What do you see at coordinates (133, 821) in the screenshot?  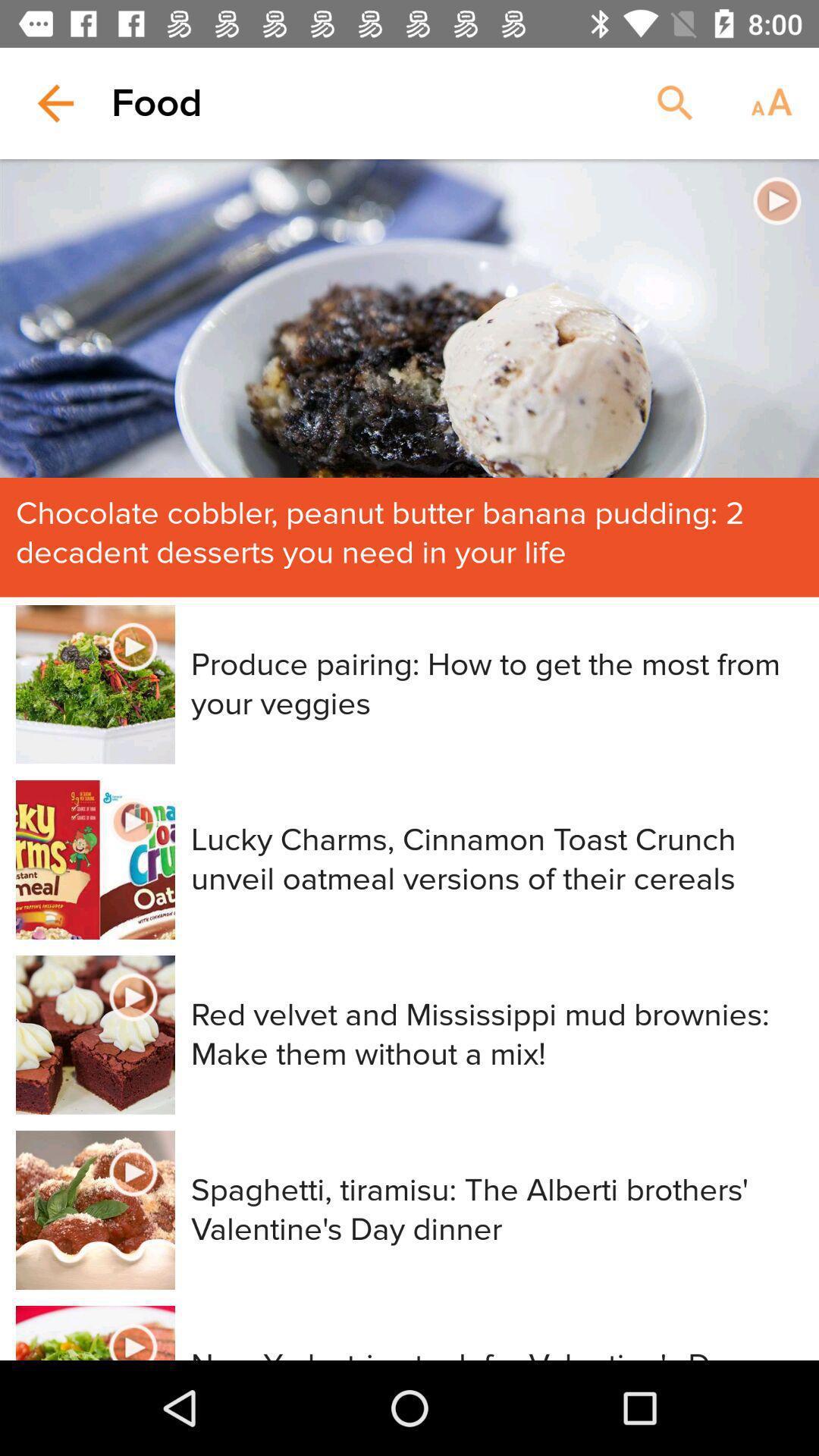 I see `the third play option` at bounding box center [133, 821].